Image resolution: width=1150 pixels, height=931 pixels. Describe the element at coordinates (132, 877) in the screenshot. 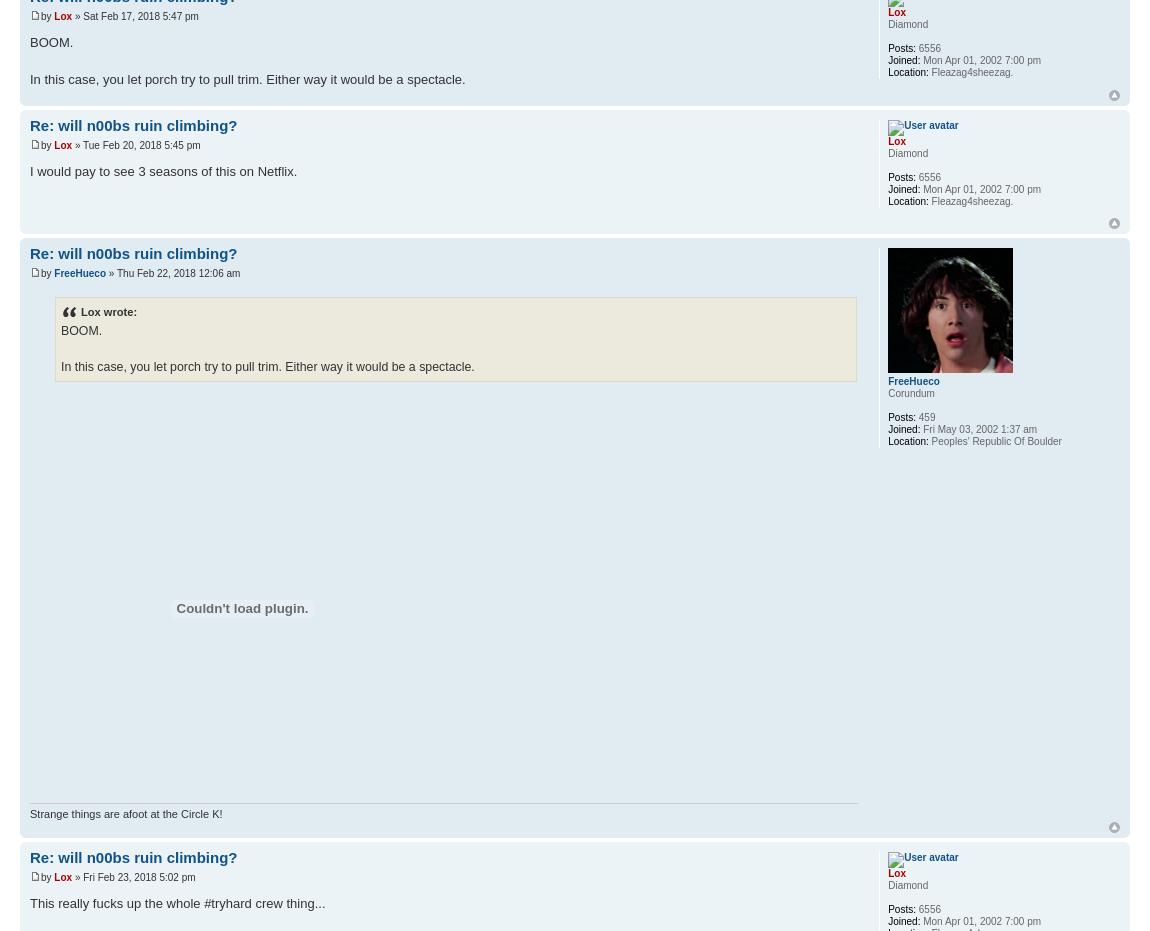

I see `'» Fri Feb 23, 2018 5:02 pm'` at that location.